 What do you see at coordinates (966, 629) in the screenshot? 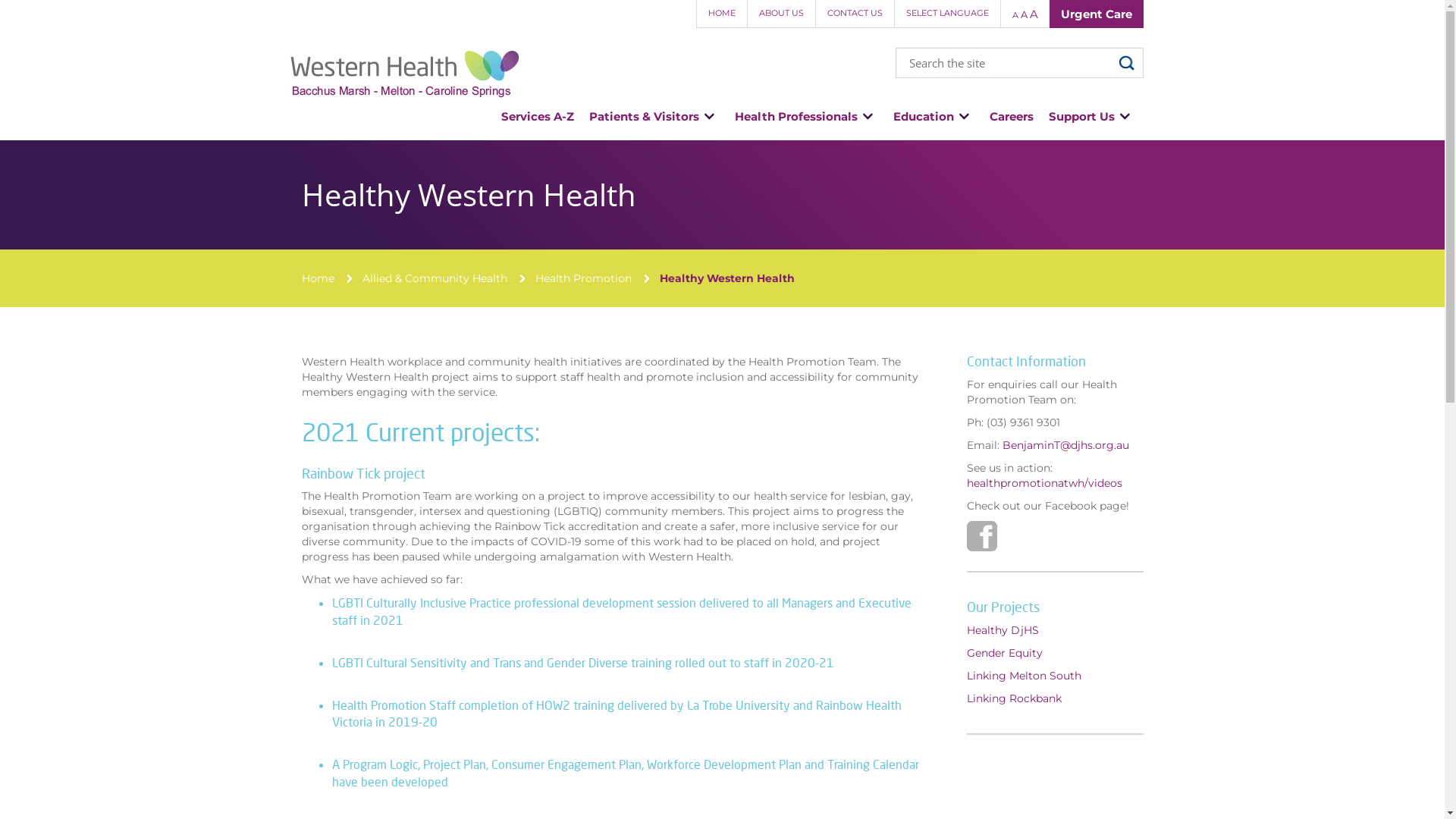
I see `'Healthy DjHS'` at bounding box center [966, 629].